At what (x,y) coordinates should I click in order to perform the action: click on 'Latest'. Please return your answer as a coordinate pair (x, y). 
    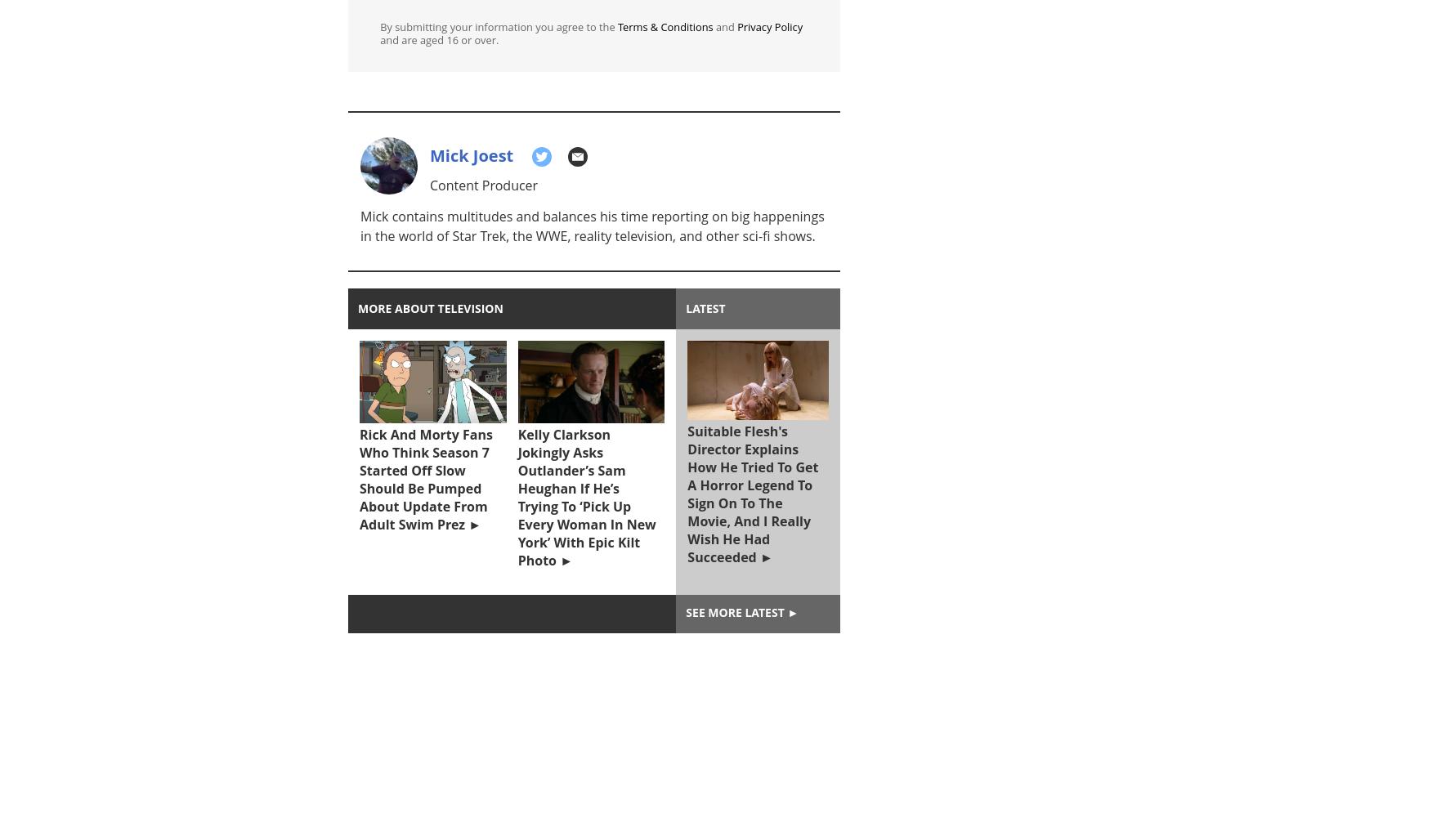
    Looking at the image, I should click on (705, 306).